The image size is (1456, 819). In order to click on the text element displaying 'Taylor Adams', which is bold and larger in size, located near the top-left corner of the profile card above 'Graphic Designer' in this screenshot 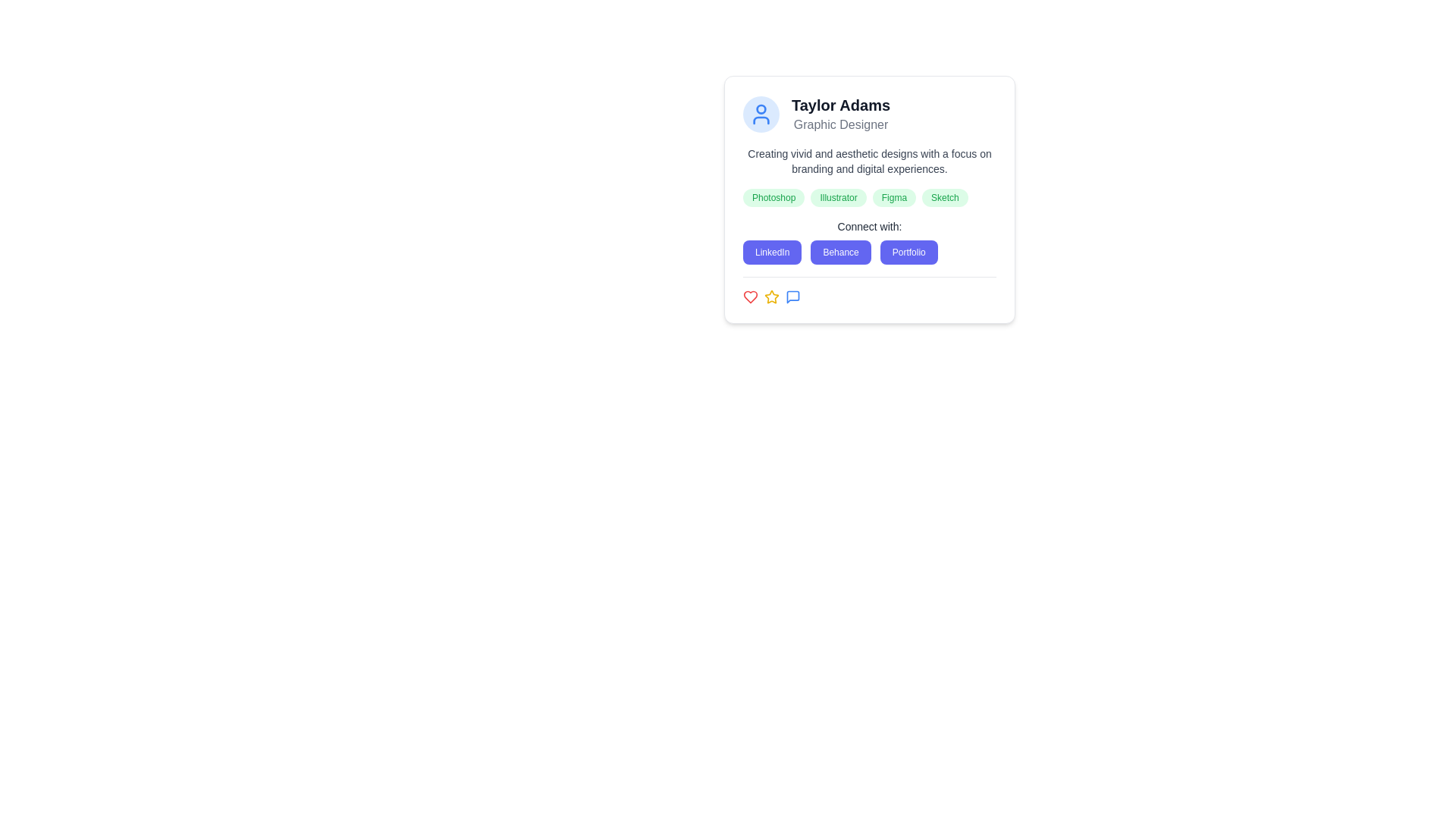, I will do `click(839, 104)`.